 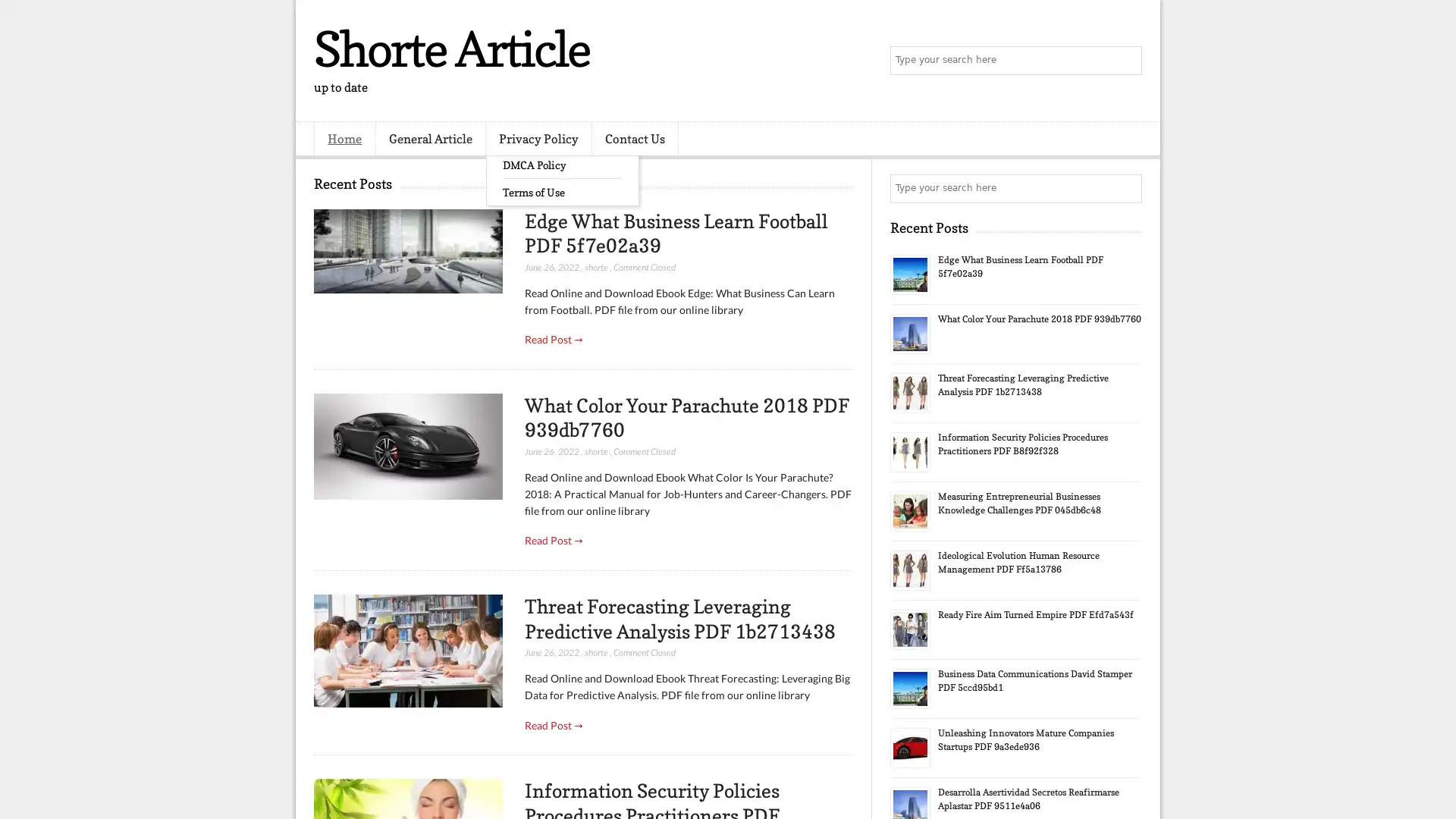 What do you see at coordinates (1126, 188) in the screenshot?
I see `Search` at bounding box center [1126, 188].